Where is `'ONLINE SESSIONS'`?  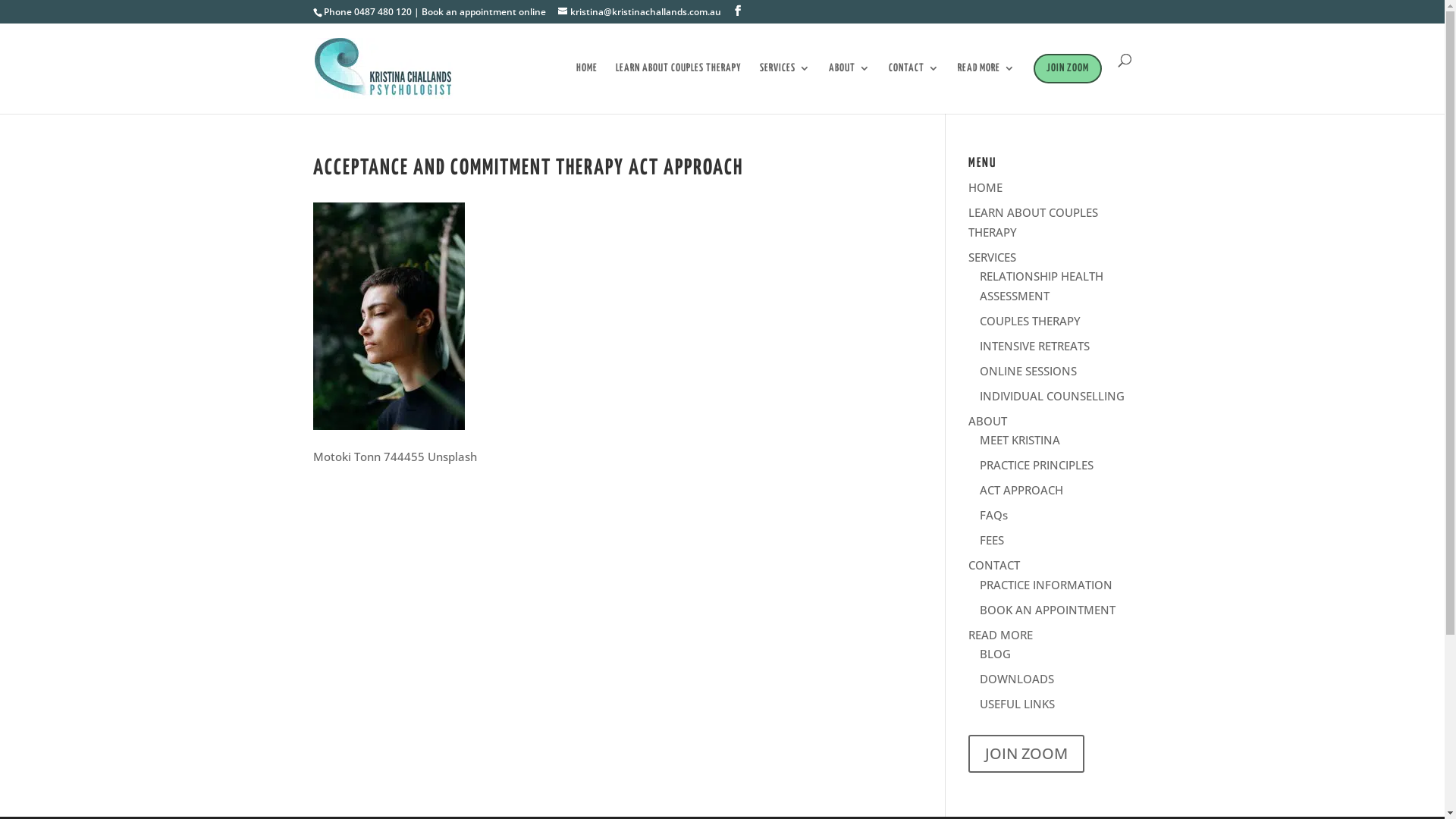
'ONLINE SESSIONS' is located at coordinates (1028, 370).